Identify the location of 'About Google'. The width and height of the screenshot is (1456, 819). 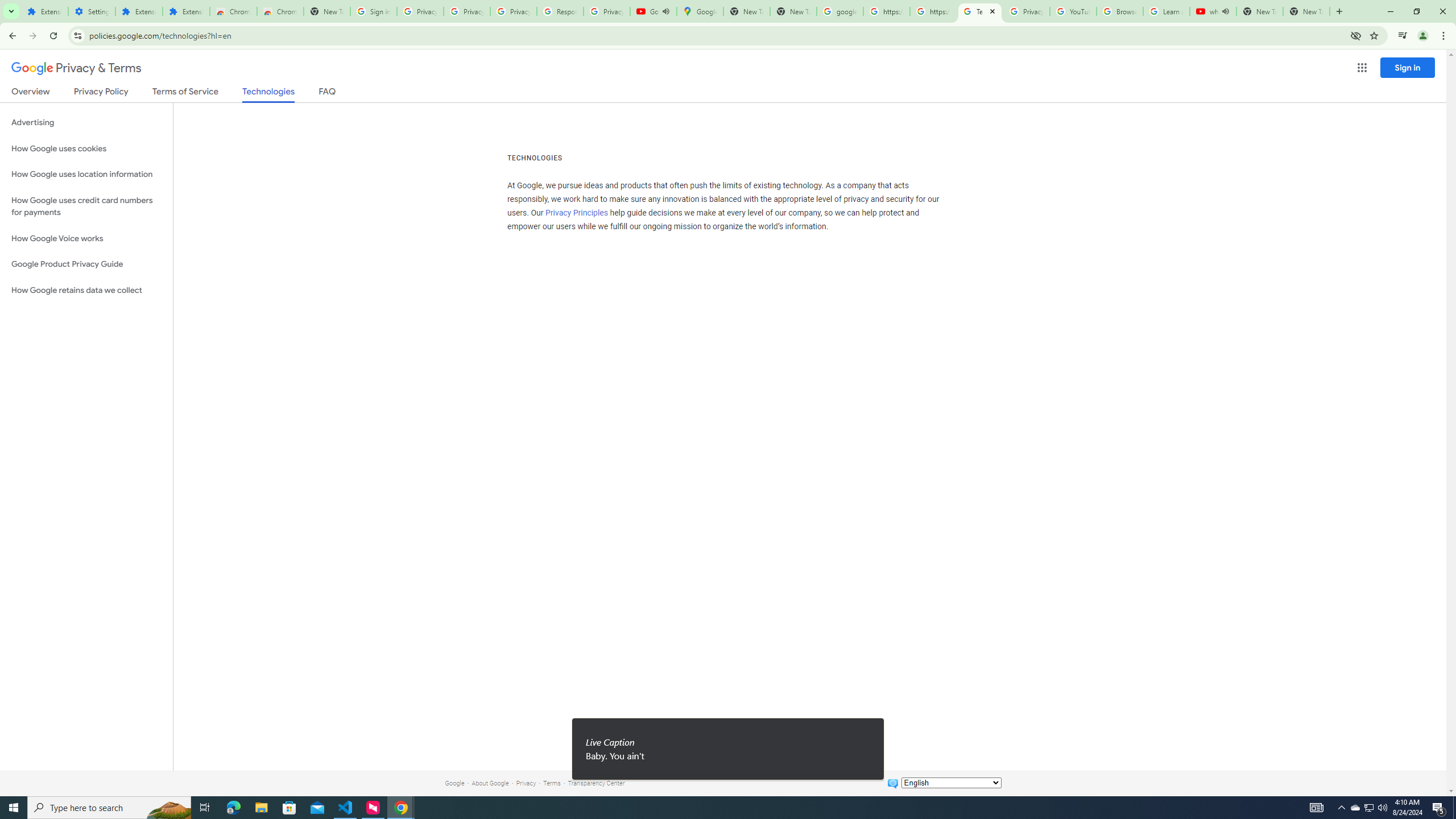
(490, 783).